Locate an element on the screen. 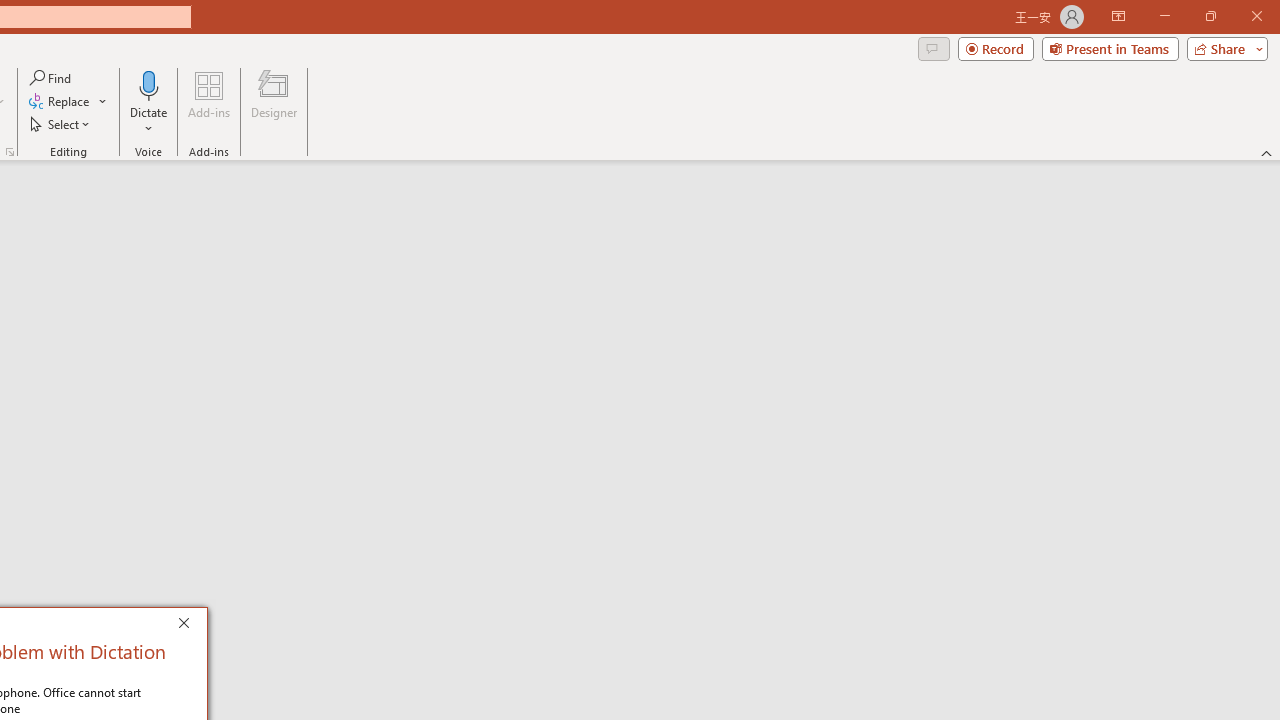 The height and width of the screenshot is (720, 1280). 'Find...' is located at coordinates (51, 77).